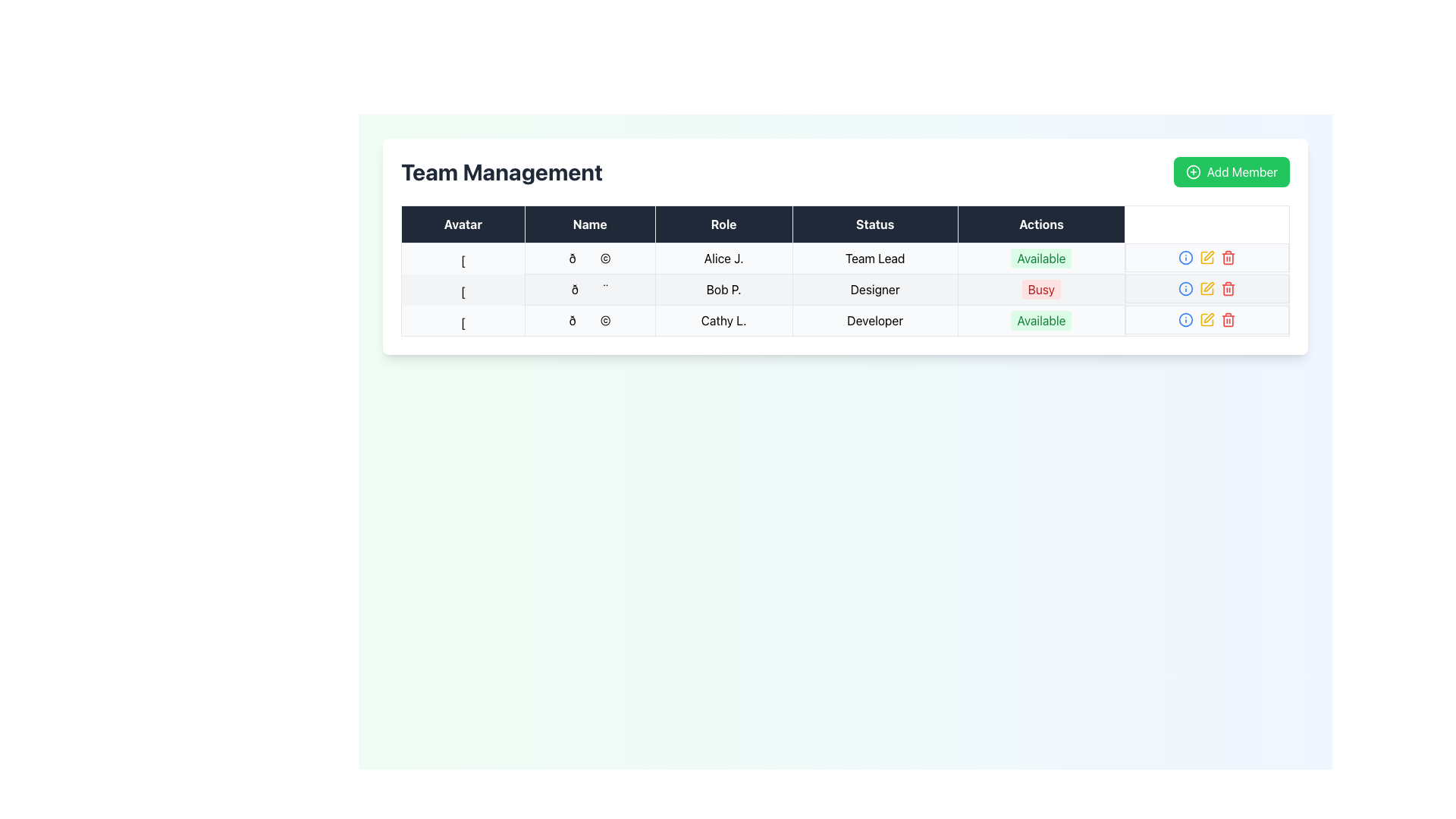 This screenshot has height=819, width=1456. Describe the element at coordinates (1040, 289) in the screenshot. I see `the 'Busy' status indicator for user Bob P. in the second row of the Status column` at that location.